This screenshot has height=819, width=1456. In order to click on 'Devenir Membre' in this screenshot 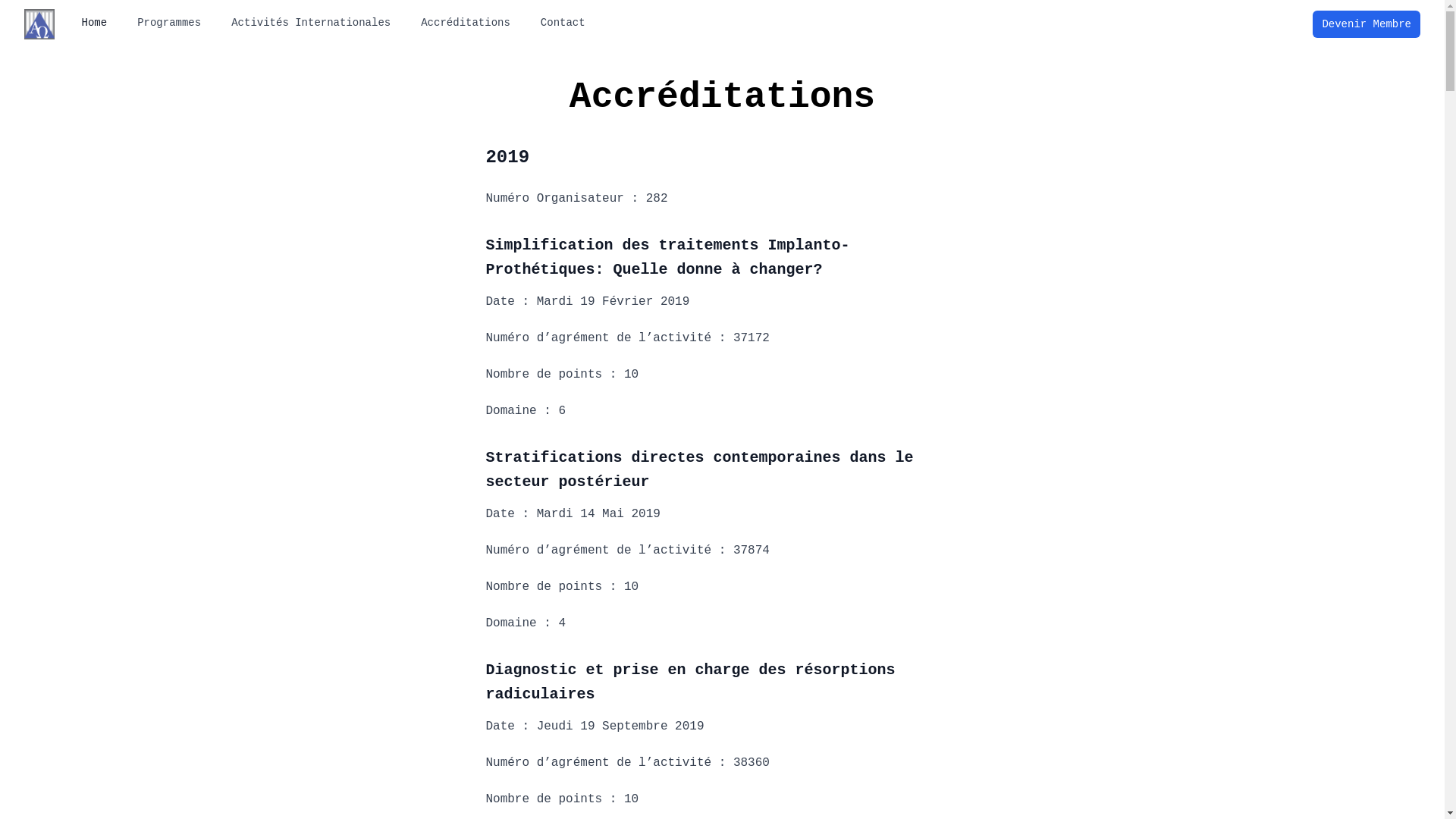, I will do `click(1366, 24)`.